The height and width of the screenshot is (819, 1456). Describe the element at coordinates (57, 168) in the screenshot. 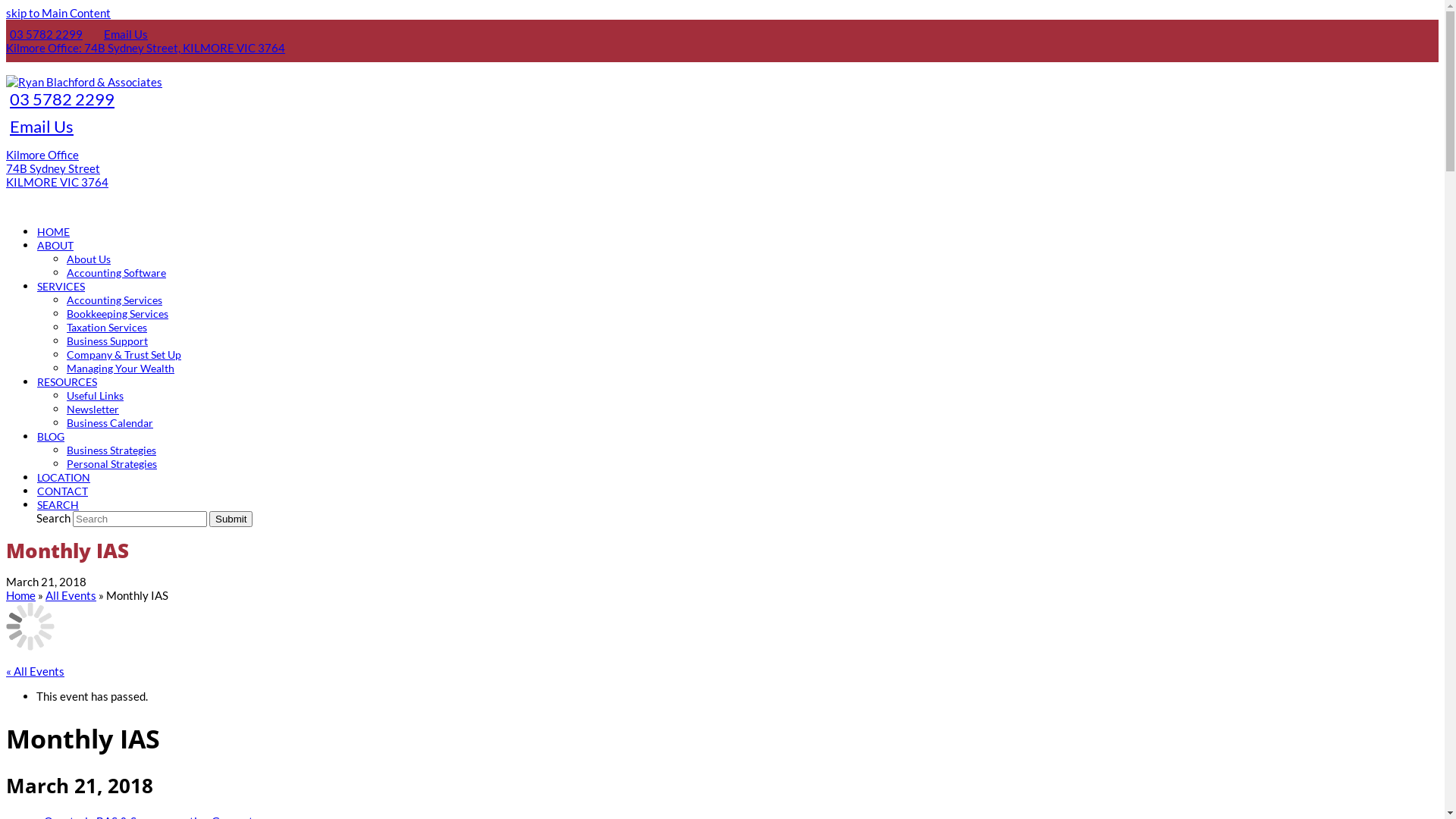

I see `'Kilmore Office` at that location.